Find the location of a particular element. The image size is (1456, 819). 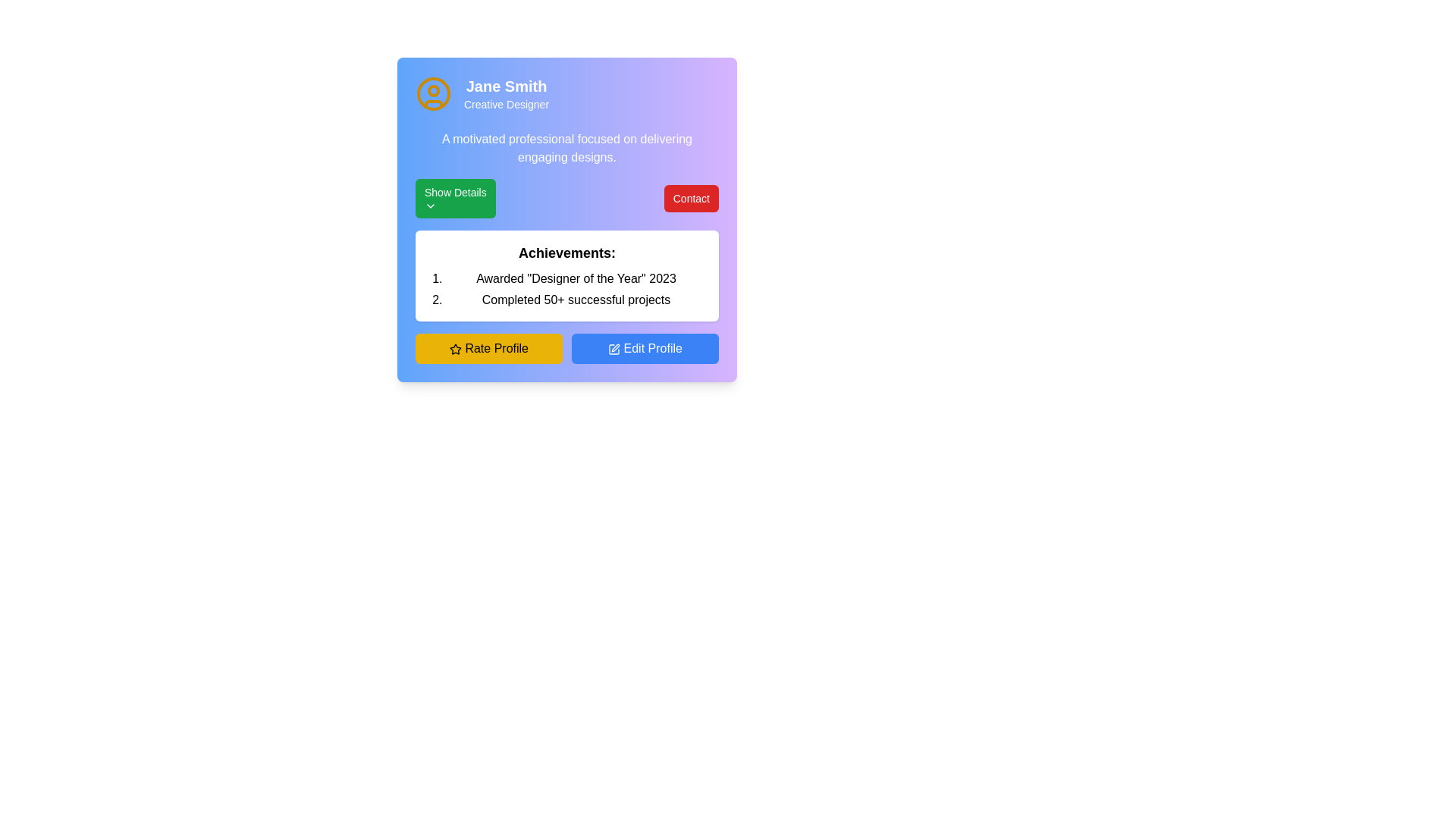

text content that conveys the achievement of 'Designer of the Year' for 2023, which is the first item in the numbered list under the 'Achievements' section is located at coordinates (575, 278).